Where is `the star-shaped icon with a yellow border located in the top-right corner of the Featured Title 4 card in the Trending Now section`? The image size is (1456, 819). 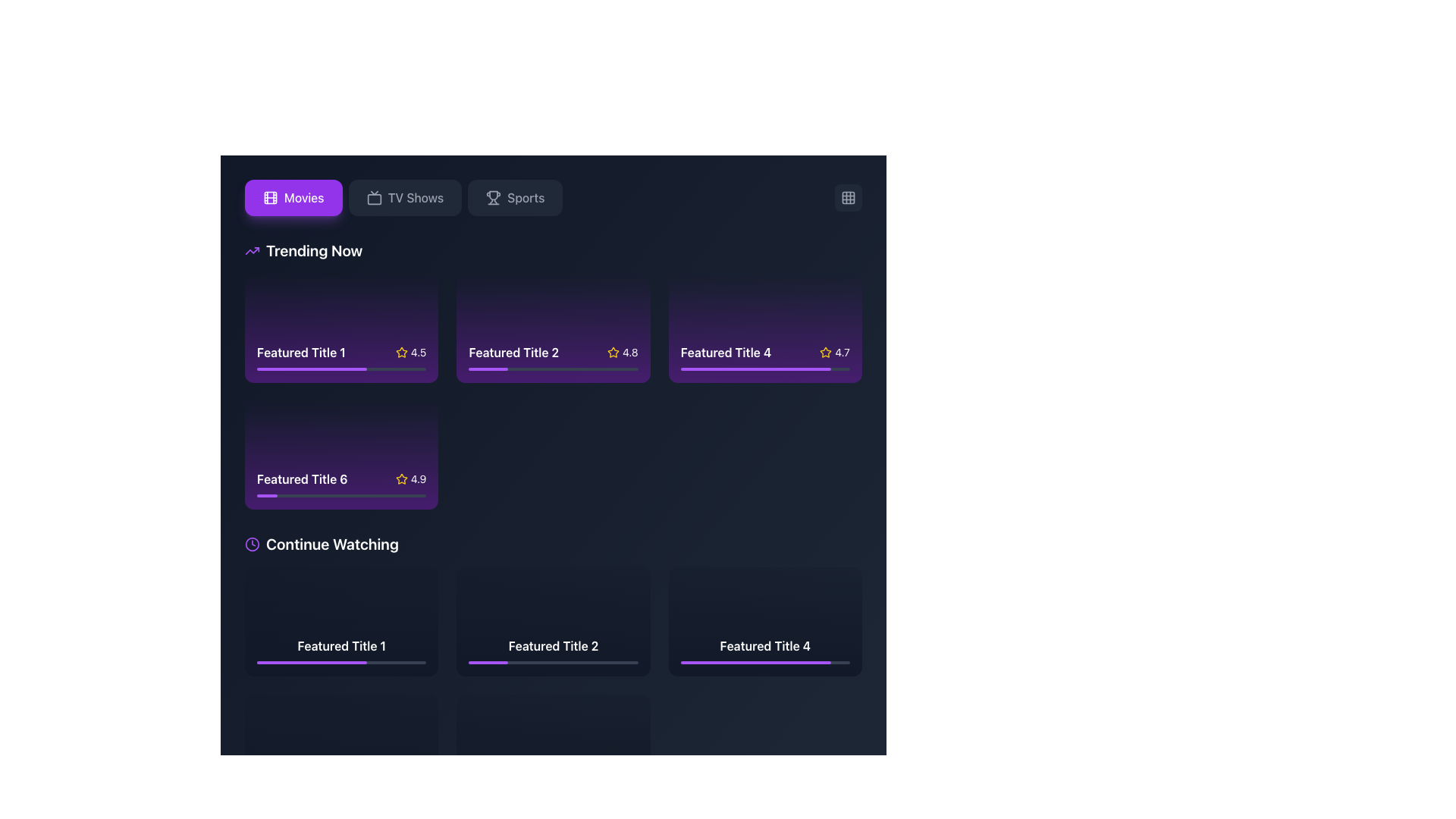 the star-shaped icon with a yellow border located in the top-right corner of the Featured Title 4 card in the Trending Now section is located at coordinates (825, 352).